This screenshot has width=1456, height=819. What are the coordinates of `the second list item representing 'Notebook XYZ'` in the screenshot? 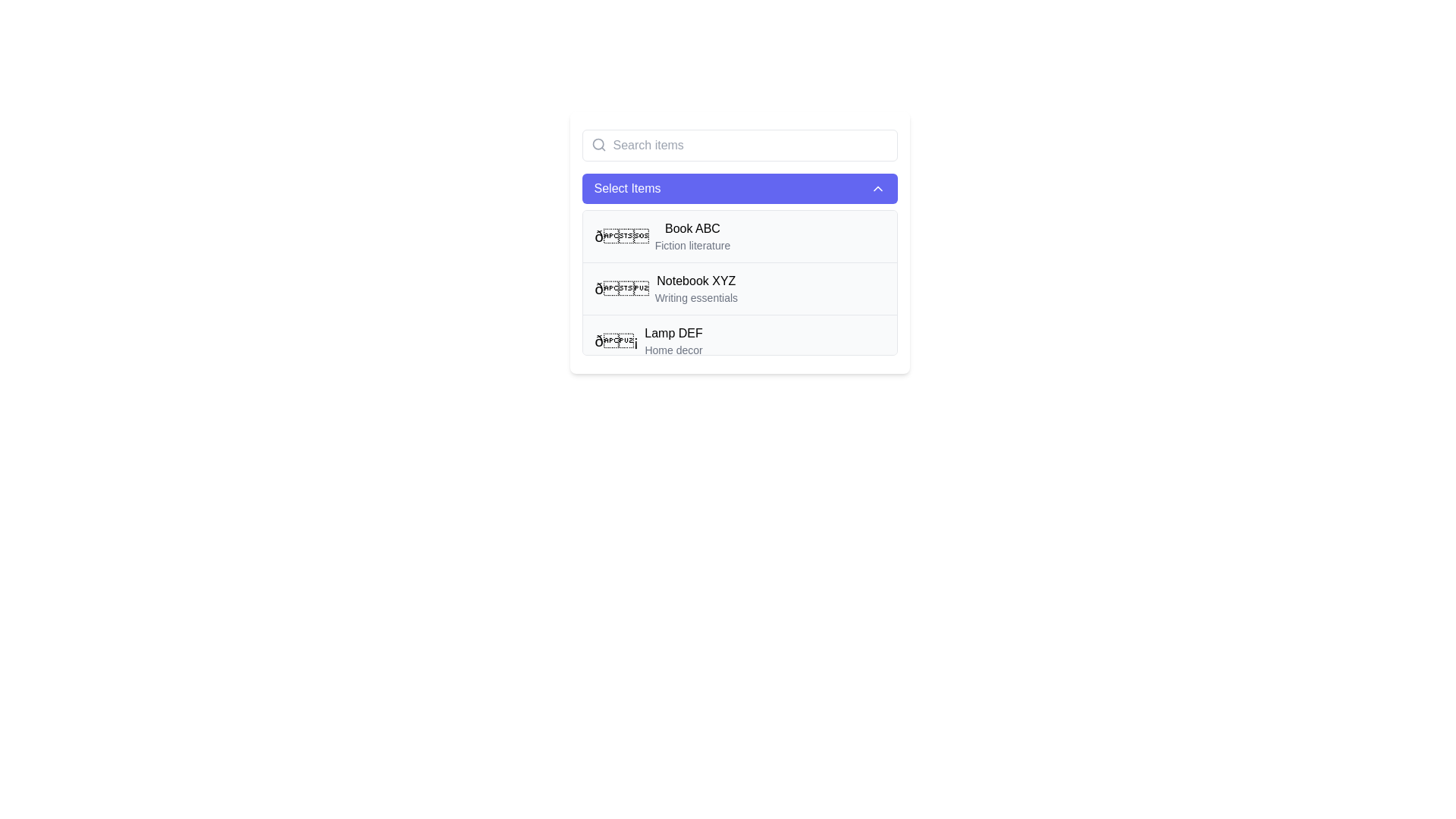 It's located at (739, 288).